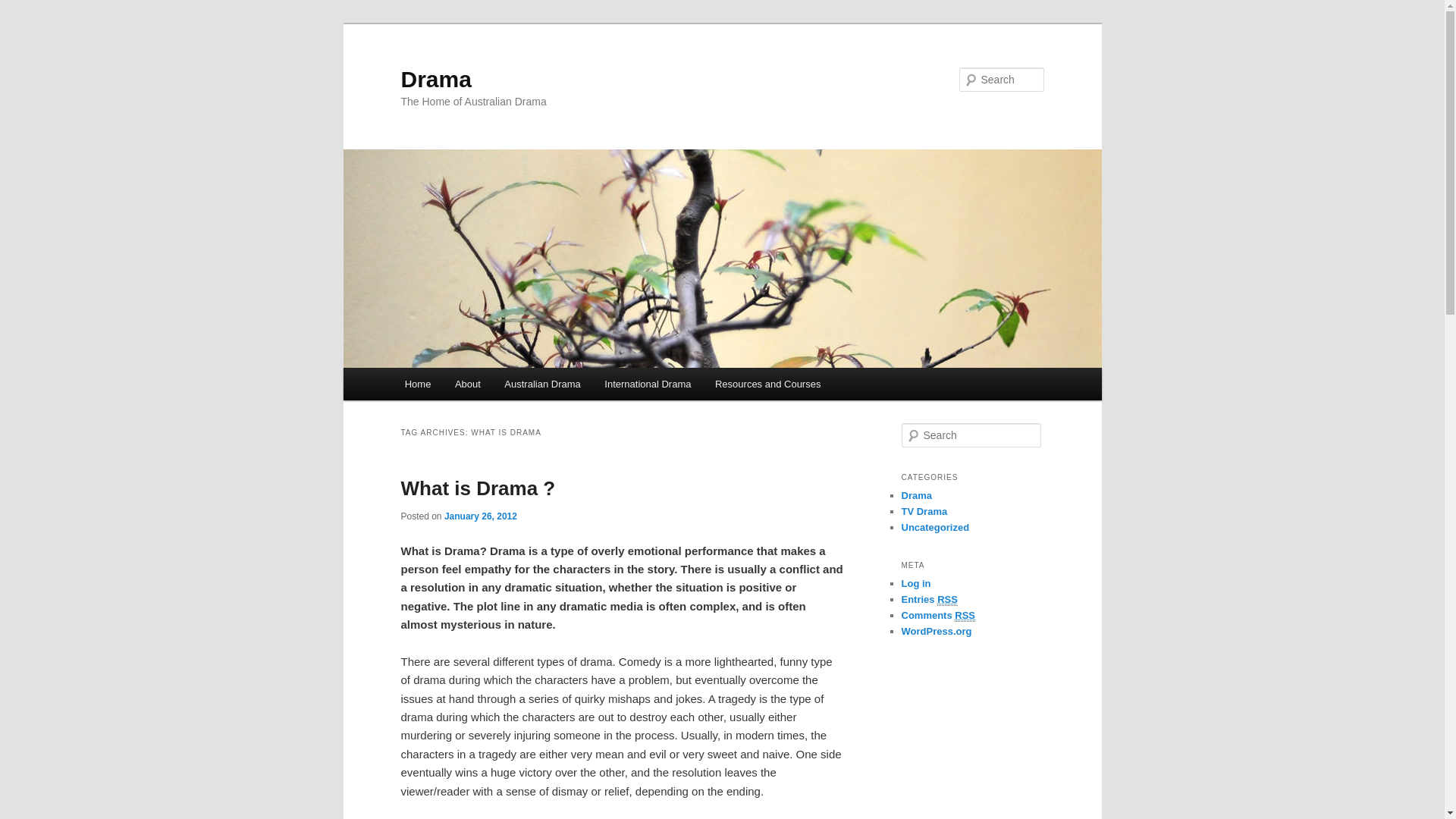 The height and width of the screenshot is (819, 1456). Describe the element at coordinates (901, 526) in the screenshot. I see `'Uncategorized'` at that location.